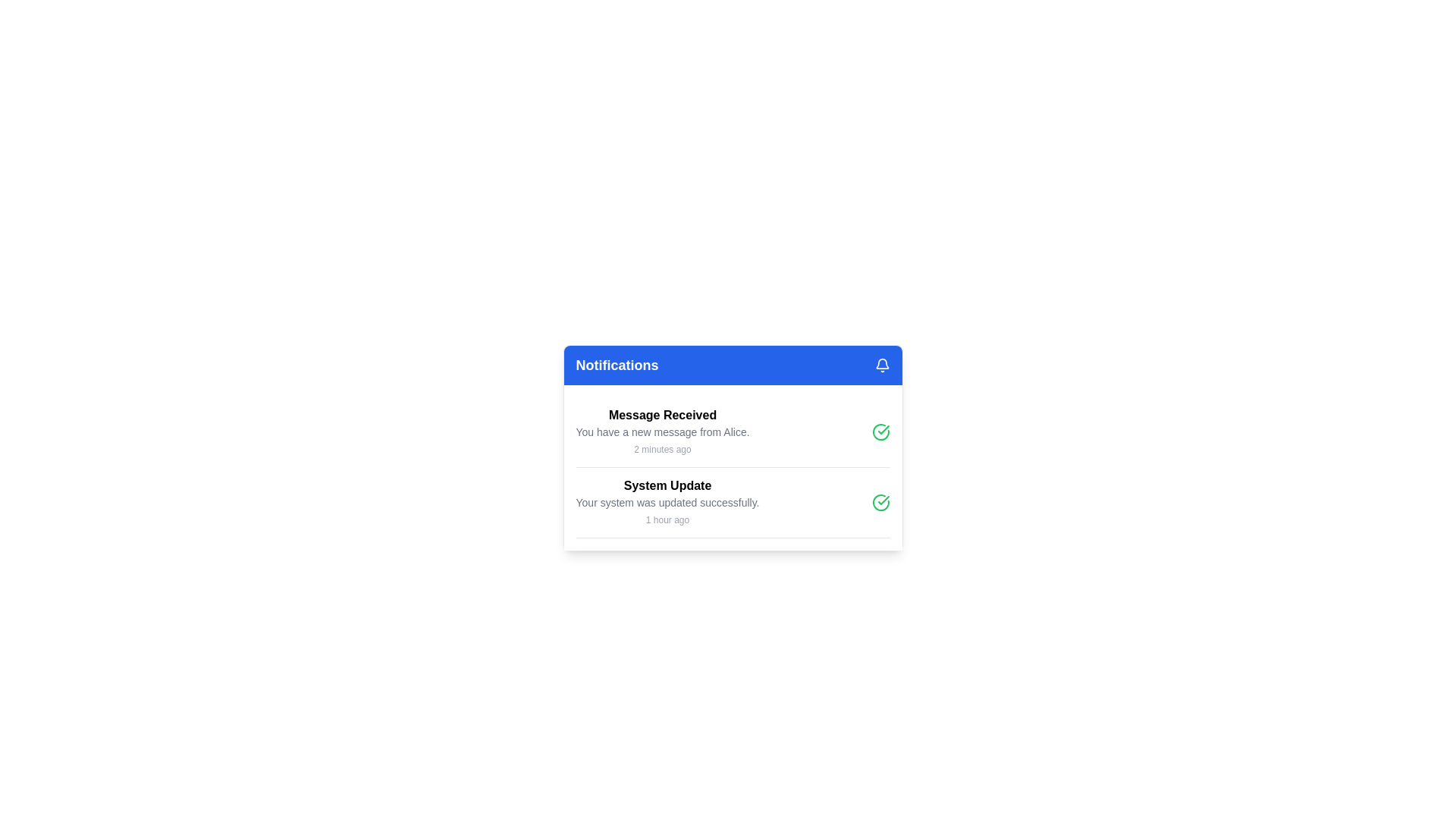 This screenshot has width=1456, height=819. I want to click on the blue stylized bell icon located in the top-right corner of the notification panel, so click(882, 363).